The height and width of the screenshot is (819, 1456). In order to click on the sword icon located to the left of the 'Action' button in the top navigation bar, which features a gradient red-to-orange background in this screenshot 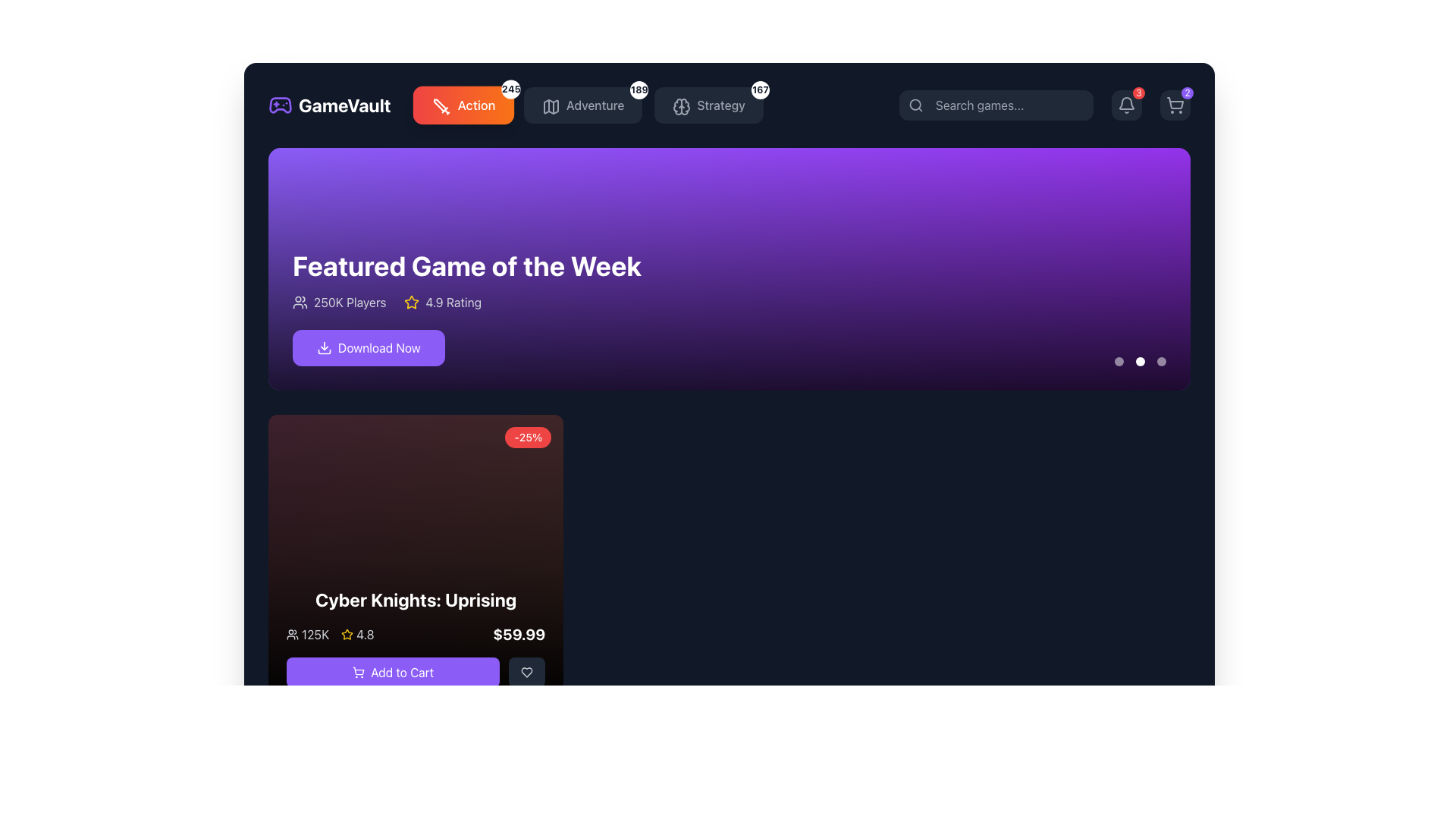, I will do `click(439, 104)`.